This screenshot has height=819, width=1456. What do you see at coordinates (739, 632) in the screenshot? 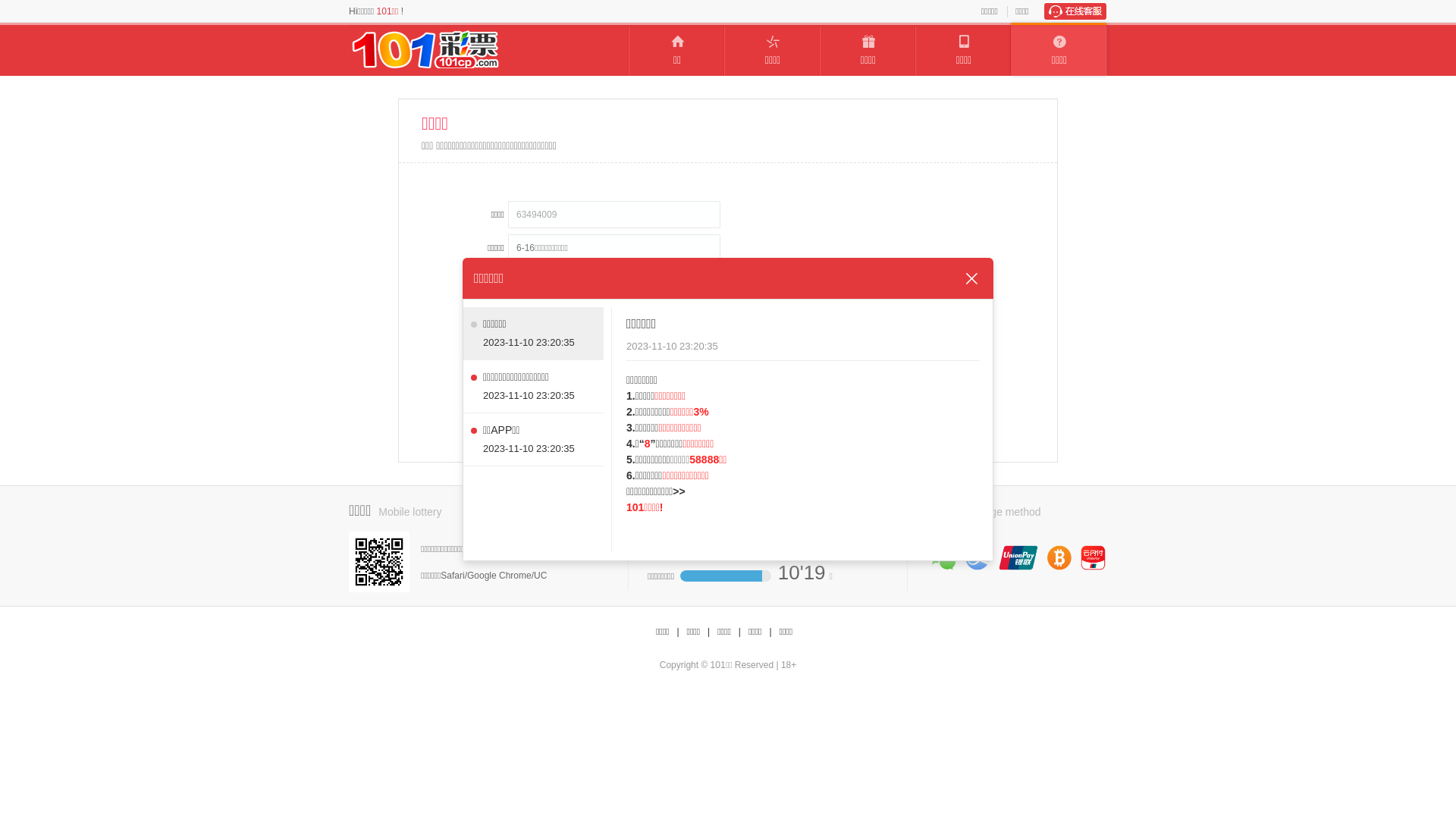
I see `'|'` at bounding box center [739, 632].